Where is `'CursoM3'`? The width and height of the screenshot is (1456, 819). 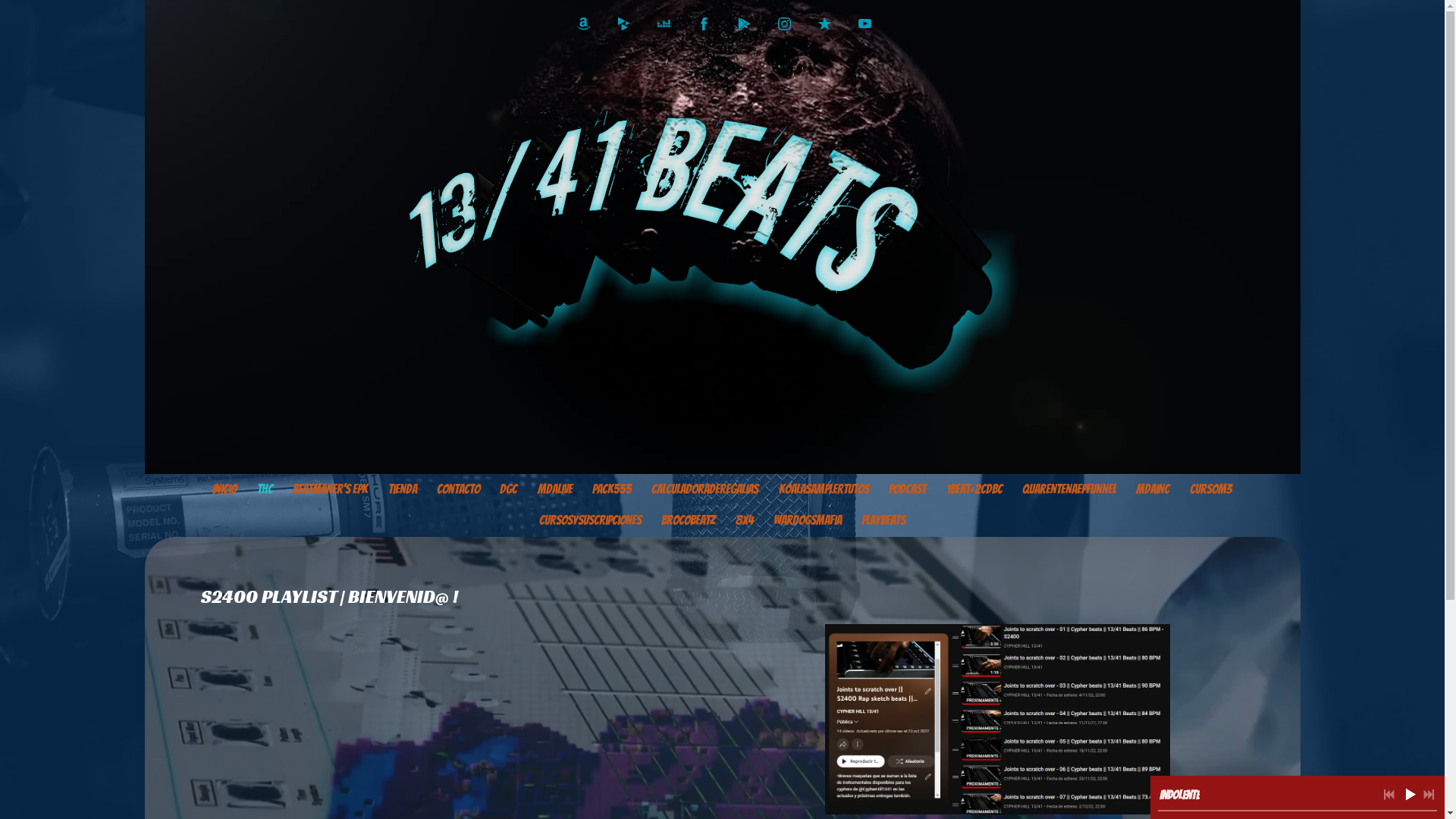 'CursoM3' is located at coordinates (1210, 489).